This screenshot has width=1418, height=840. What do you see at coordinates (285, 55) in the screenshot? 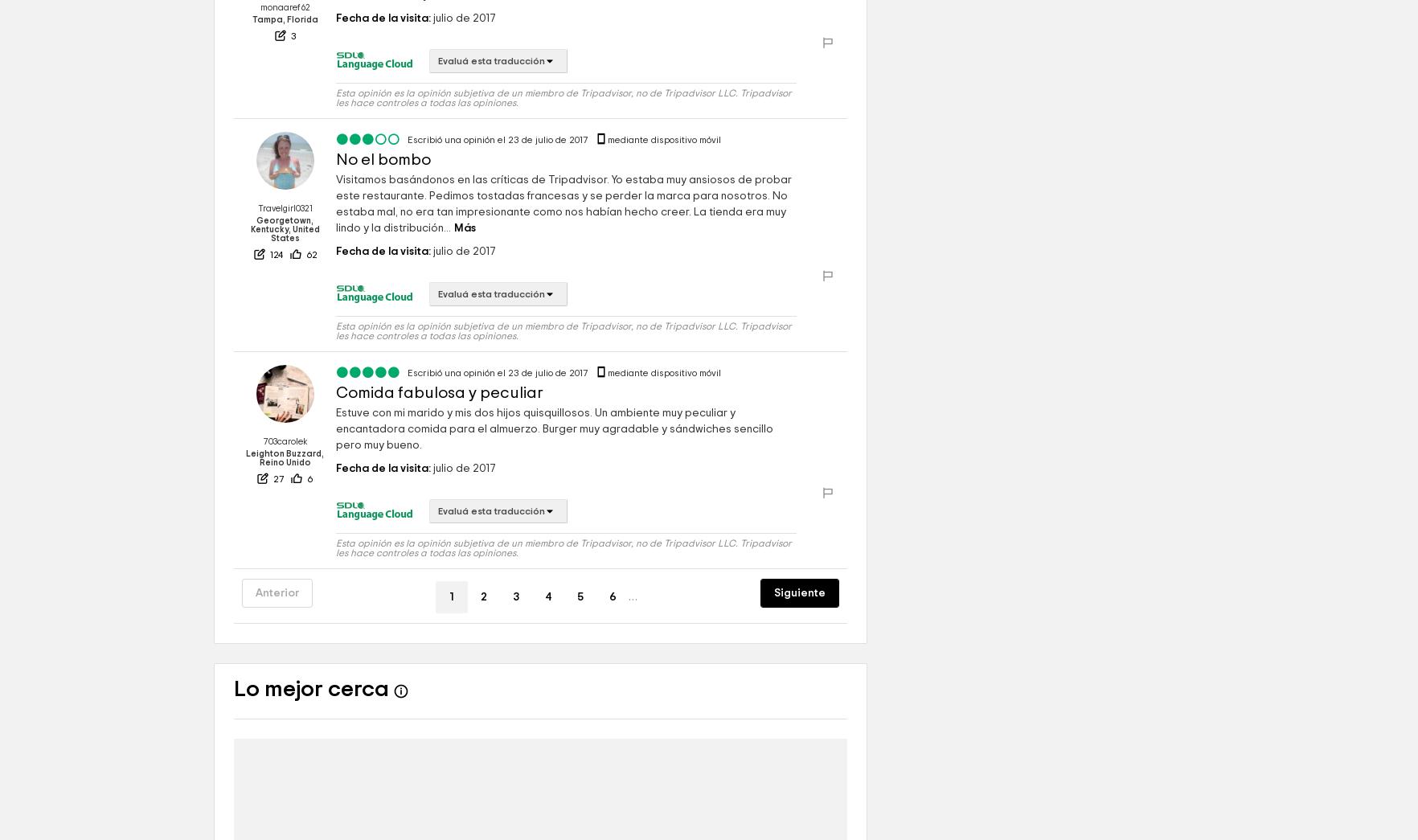
I see `'monaaref62'` at bounding box center [285, 55].